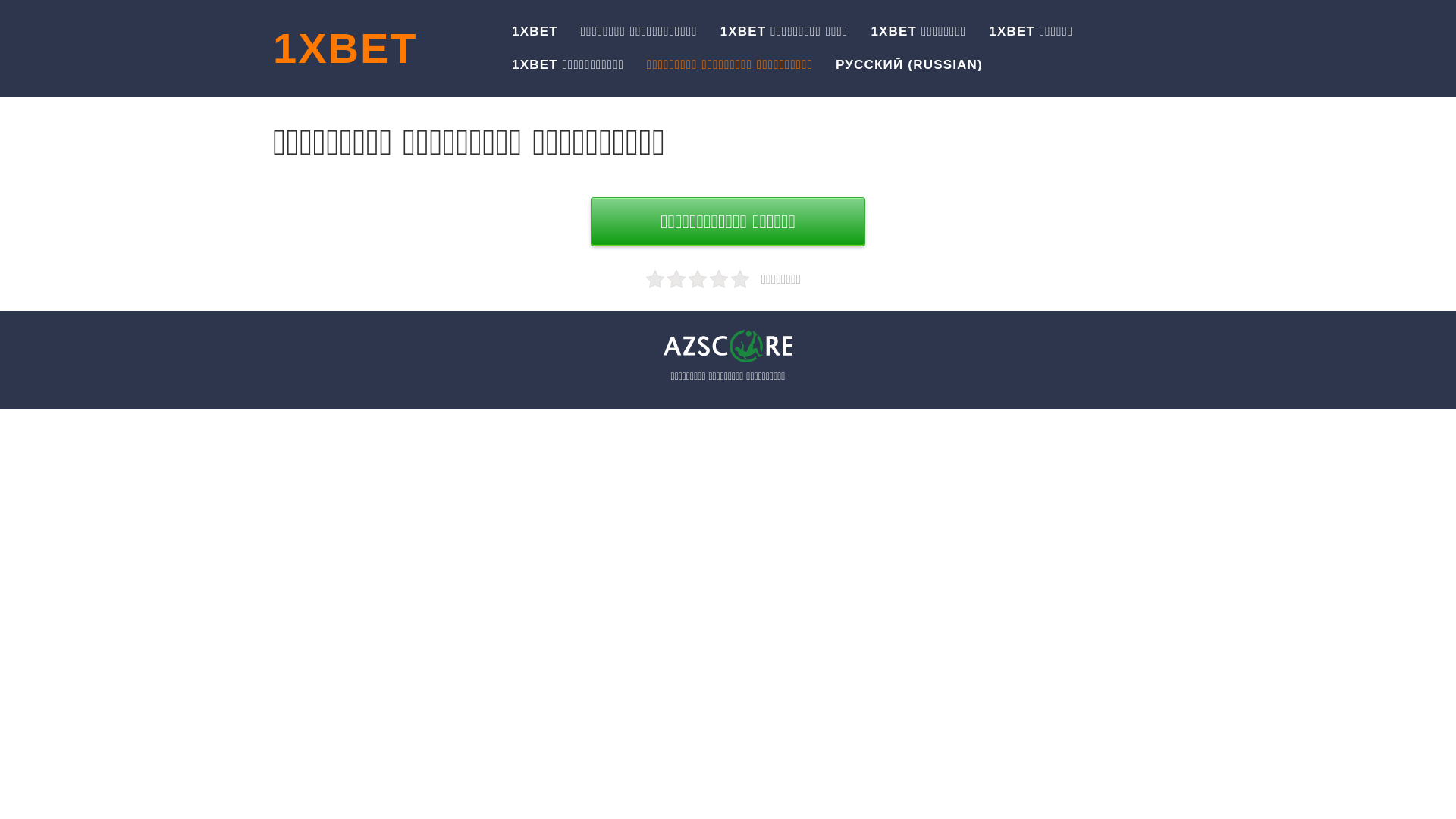  I want to click on '1XBET', so click(535, 32).